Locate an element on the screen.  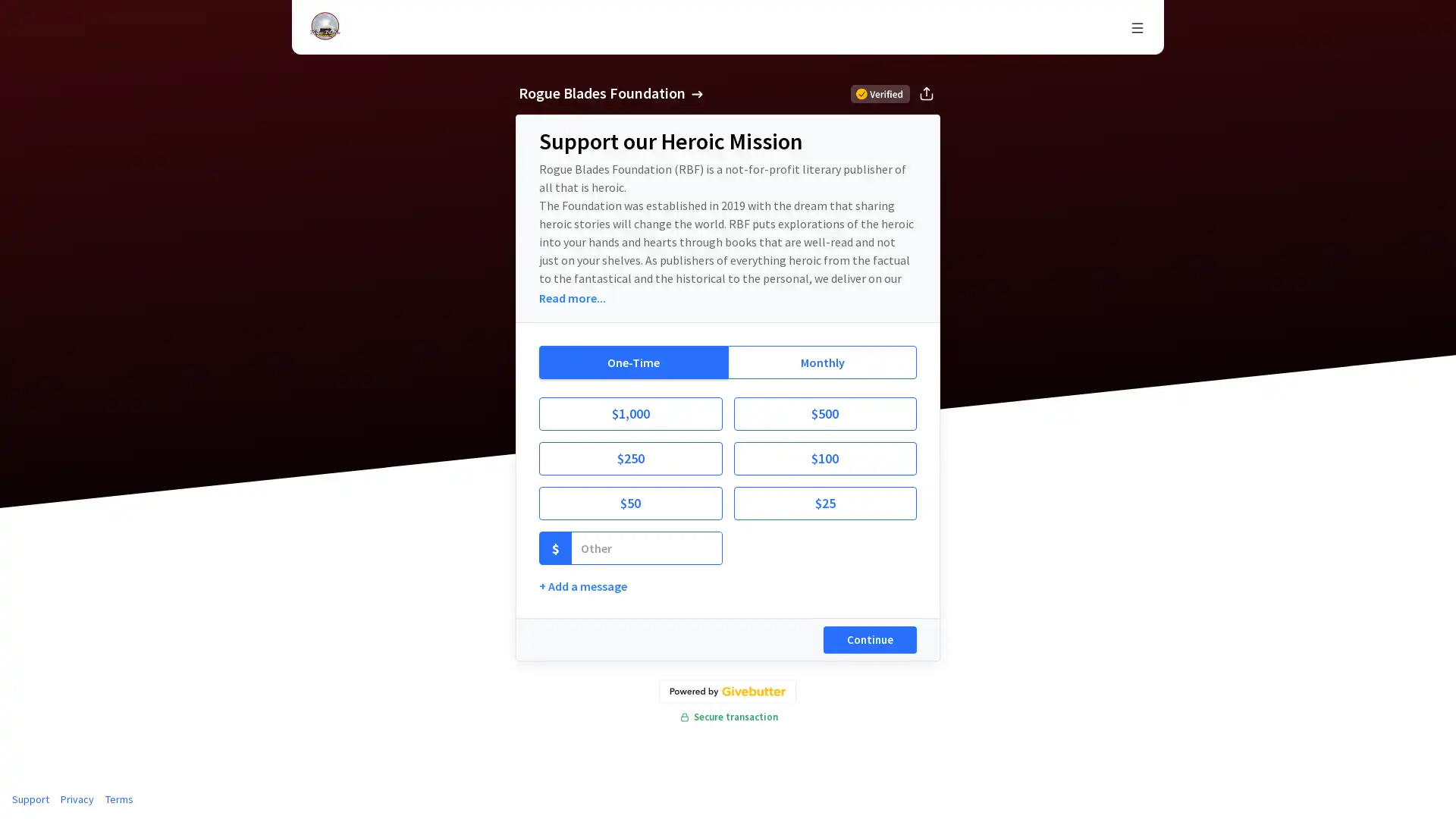
Continue is located at coordinates (870, 640).